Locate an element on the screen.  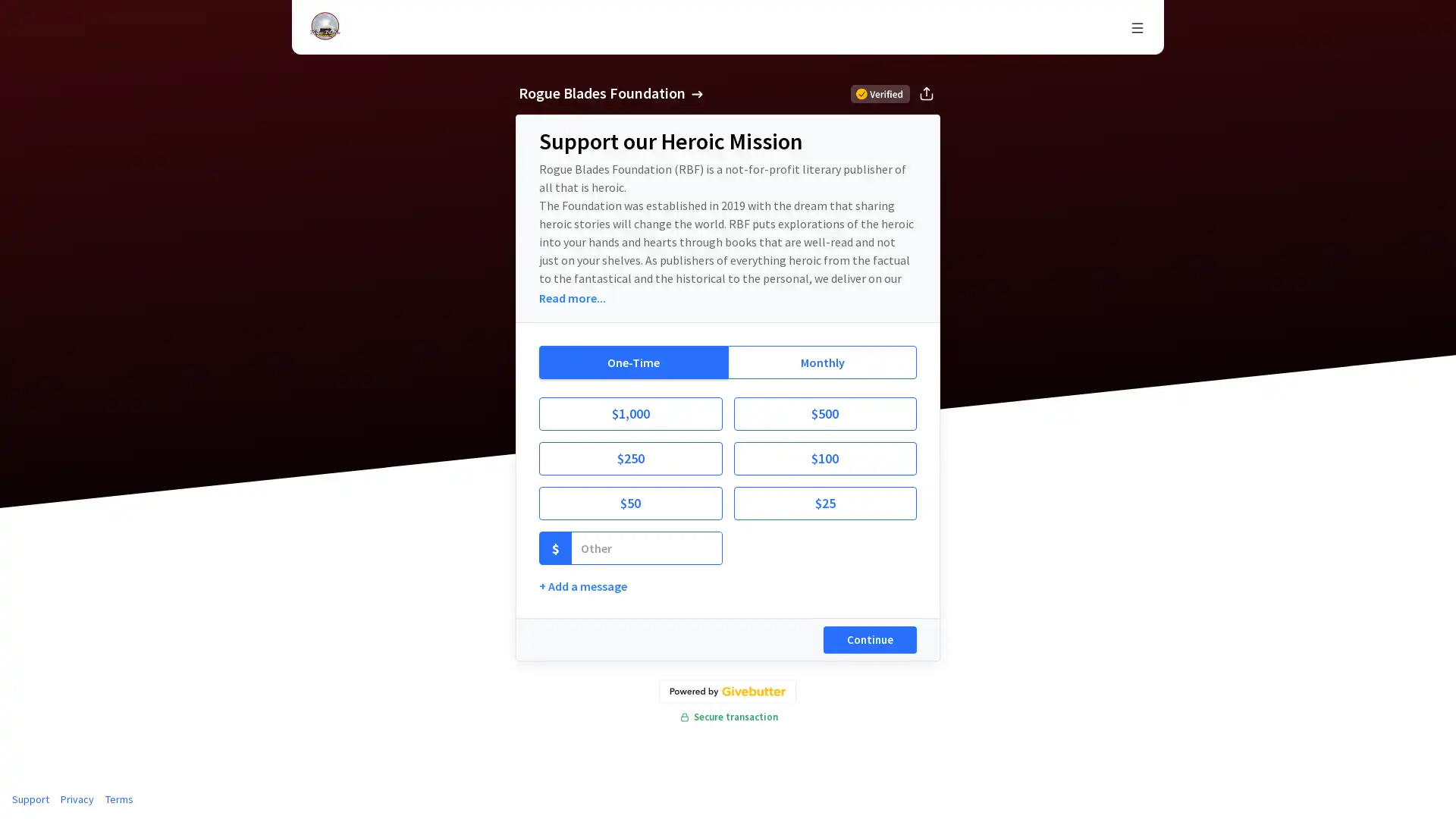
Continue is located at coordinates (870, 640).